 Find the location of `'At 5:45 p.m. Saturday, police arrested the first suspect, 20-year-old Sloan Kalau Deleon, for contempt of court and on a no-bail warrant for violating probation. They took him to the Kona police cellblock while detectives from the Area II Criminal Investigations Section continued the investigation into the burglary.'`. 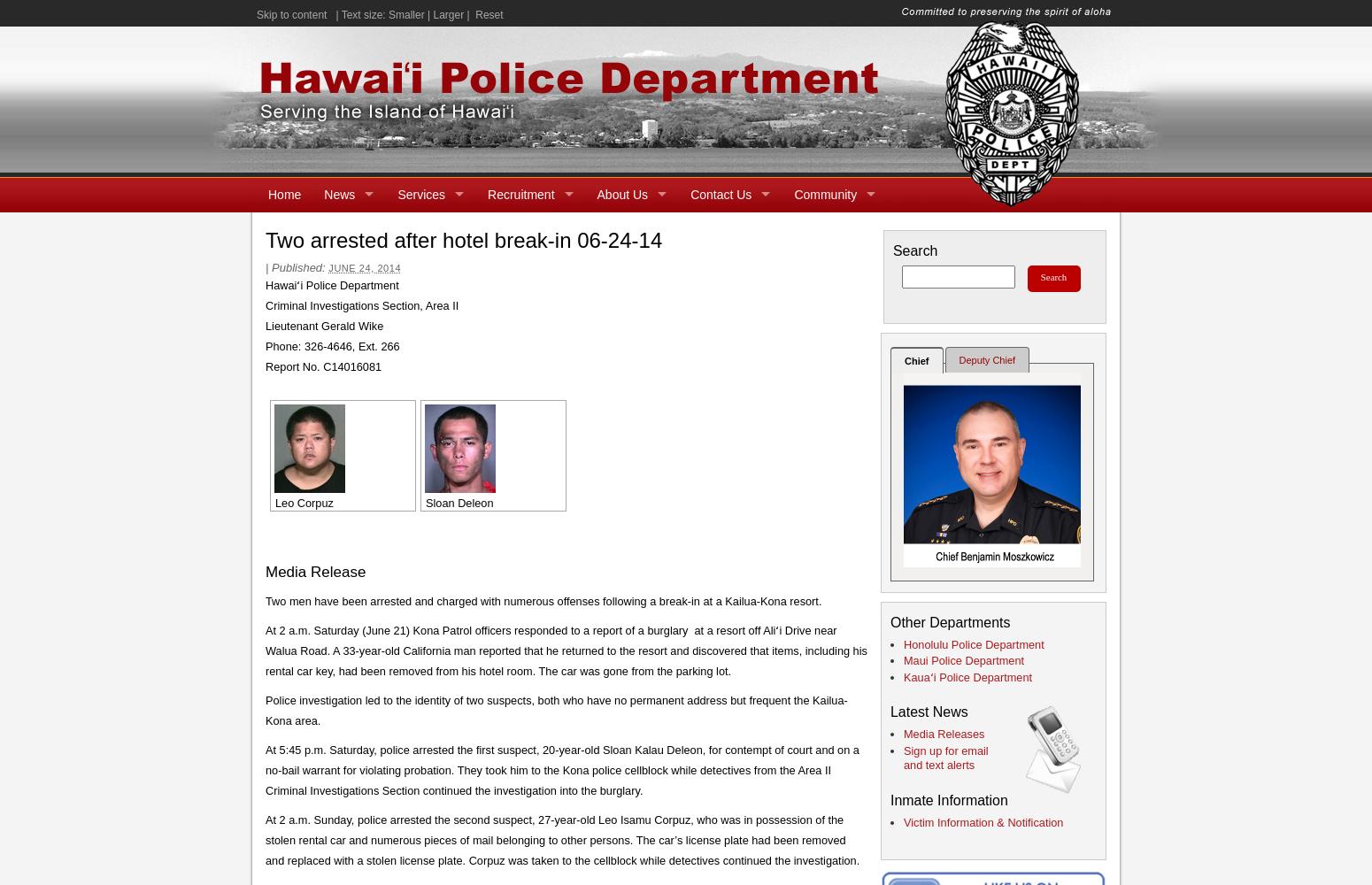

'At 5:45 p.m. Saturday, police arrested the first suspect, 20-year-old Sloan Kalau Deleon, for contempt of court and on a no-bail warrant for violating probation. They took him to the Kona police cellblock while detectives from the Area II Criminal Investigations Section continued the investigation into the burglary.' is located at coordinates (561, 768).